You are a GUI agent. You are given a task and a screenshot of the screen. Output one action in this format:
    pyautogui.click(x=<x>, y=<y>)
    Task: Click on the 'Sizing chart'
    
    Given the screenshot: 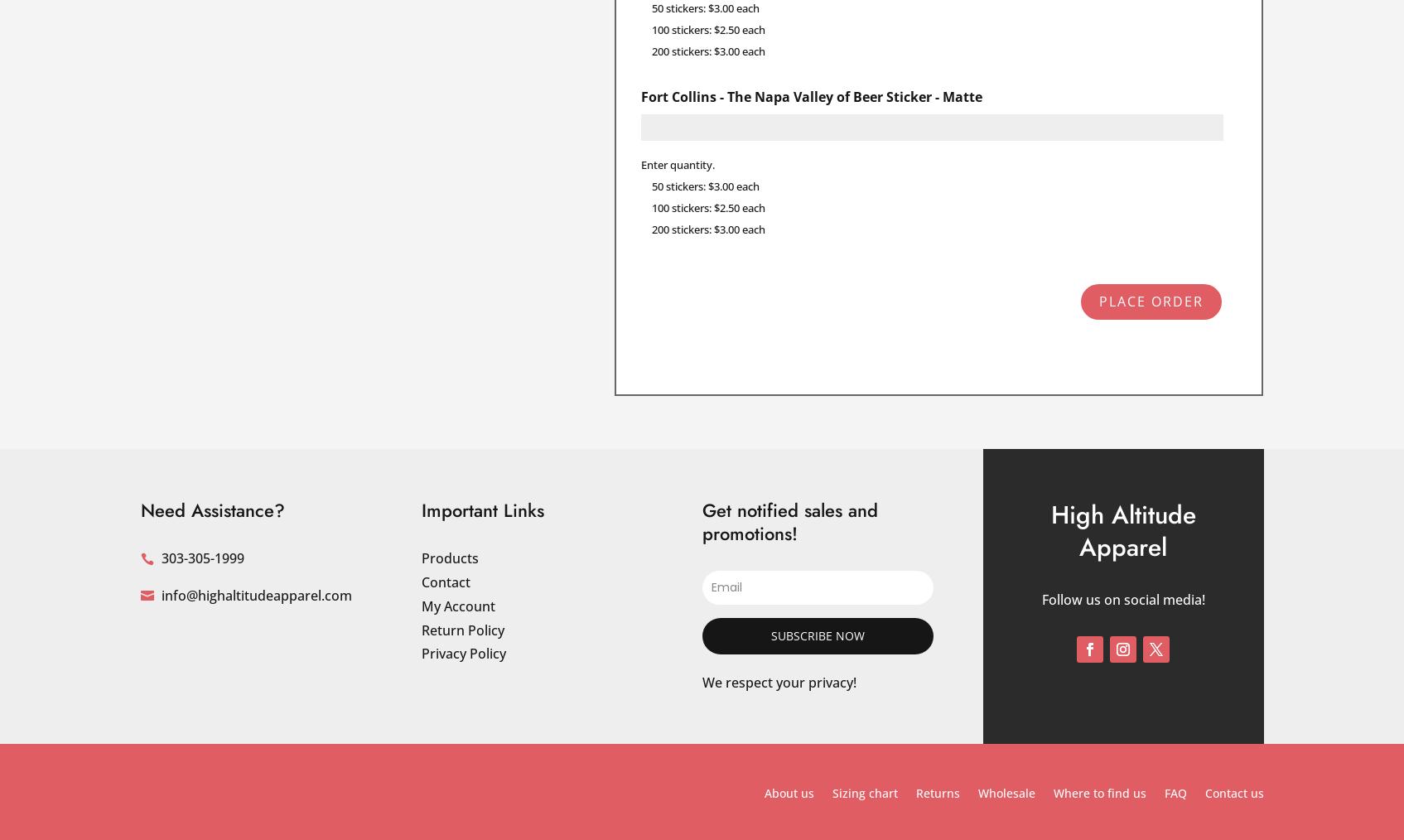 What is the action you would take?
    pyautogui.click(x=863, y=793)
    